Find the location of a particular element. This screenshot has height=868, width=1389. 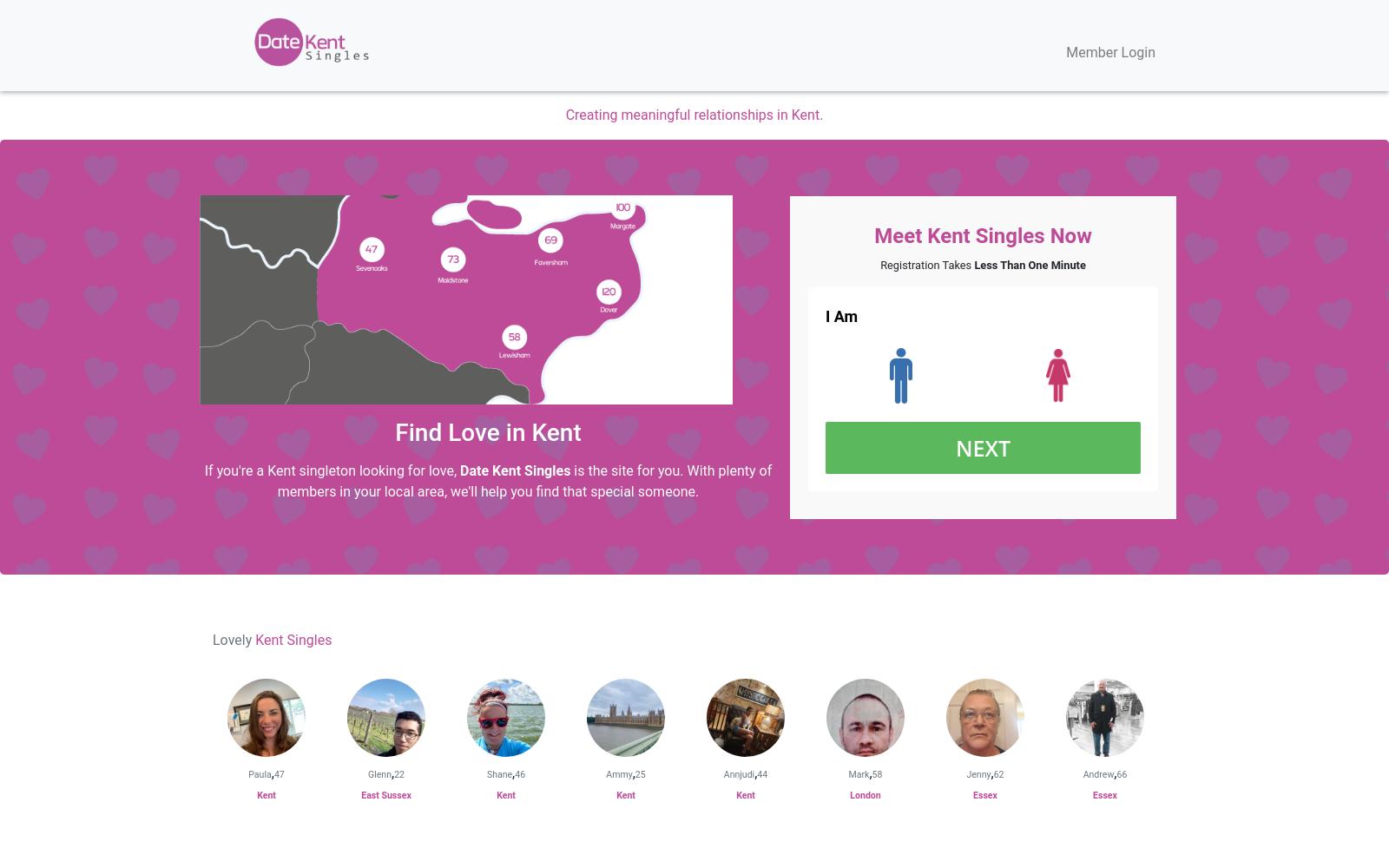

'Meet Kent Singles Now' is located at coordinates (874, 235).